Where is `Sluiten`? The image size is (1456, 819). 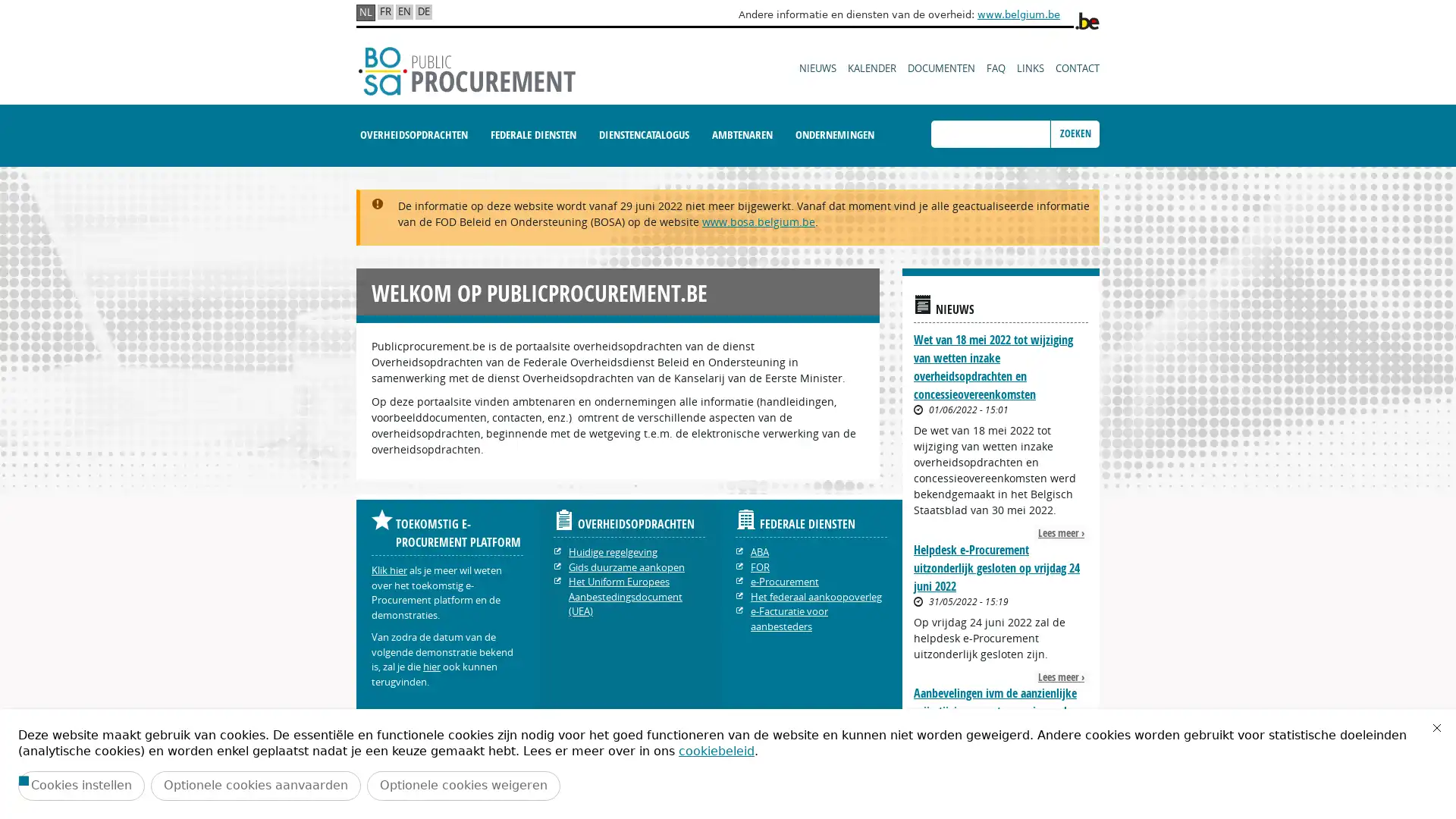
Sluiten is located at coordinates (1436, 727).